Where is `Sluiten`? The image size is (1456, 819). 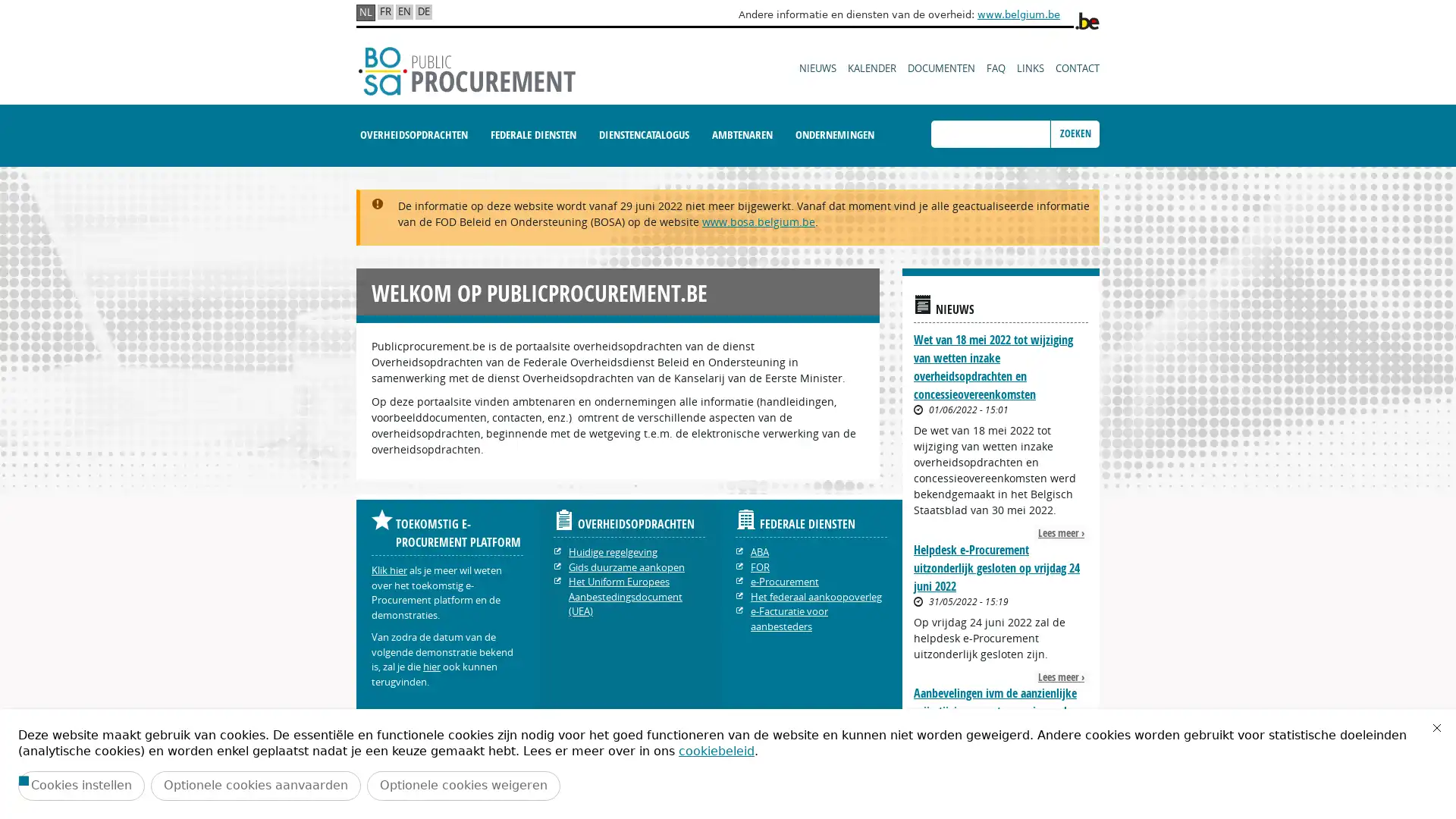
Sluiten is located at coordinates (1436, 727).